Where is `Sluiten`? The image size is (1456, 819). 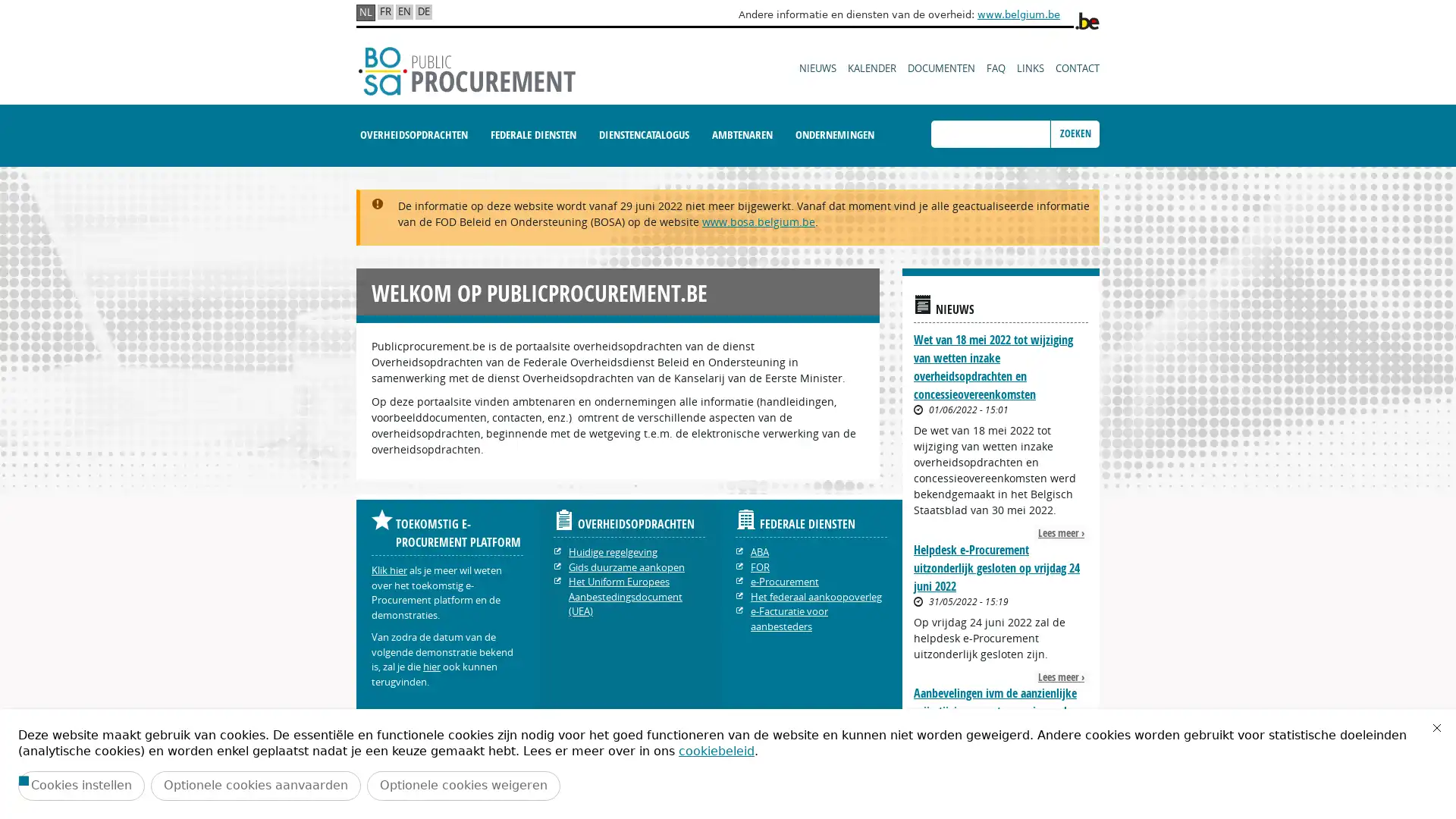
Sluiten is located at coordinates (1436, 727).